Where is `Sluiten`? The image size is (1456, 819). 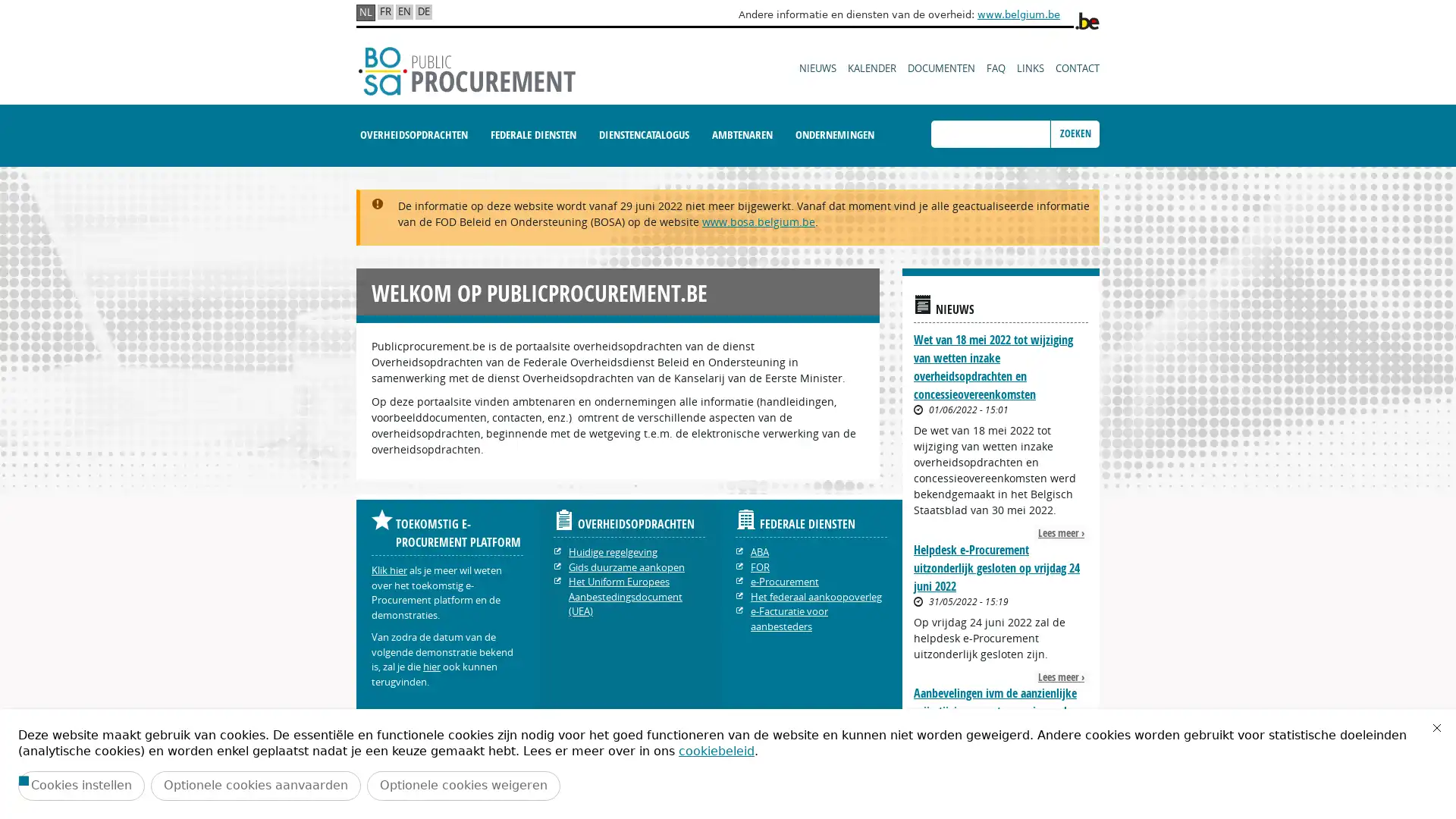
Sluiten is located at coordinates (1436, 727).